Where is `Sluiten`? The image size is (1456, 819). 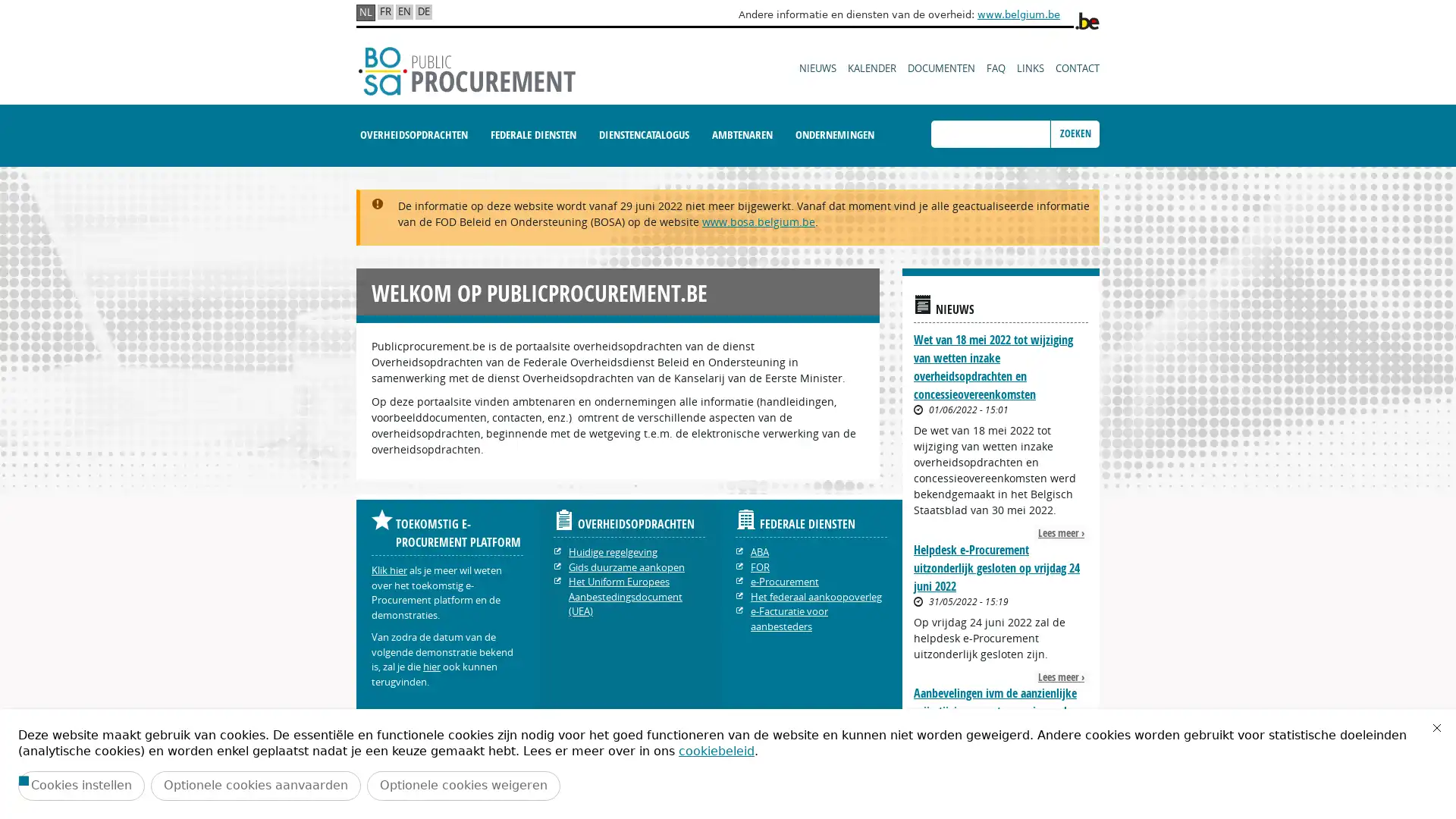
Sluiten is located at coordinates (1436, 727).